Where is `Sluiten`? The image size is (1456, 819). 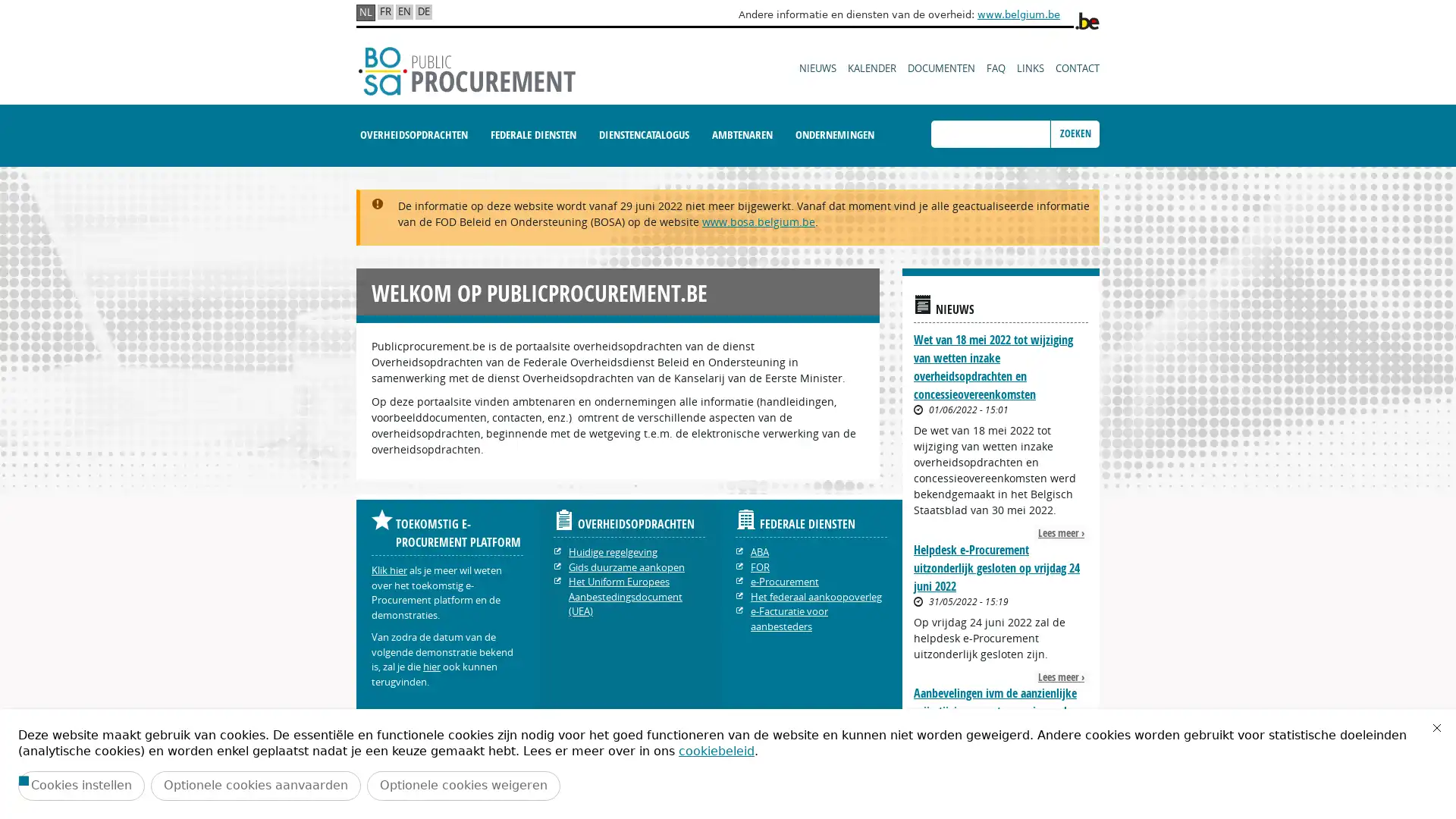
Sluiten is located at coordinates (1436, 727).